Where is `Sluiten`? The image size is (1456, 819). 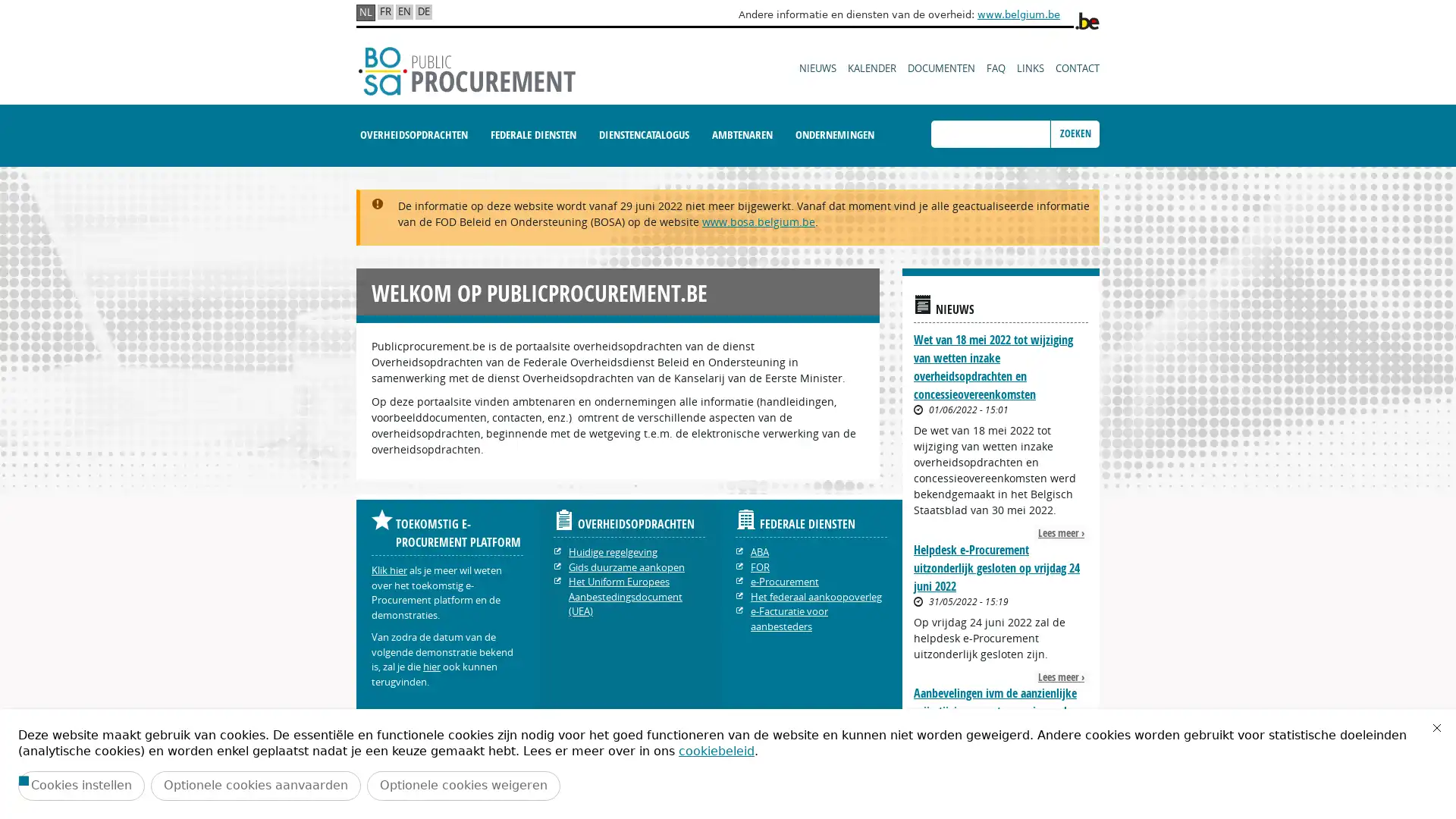
Sluiten is located at coordinates (1436, 727).